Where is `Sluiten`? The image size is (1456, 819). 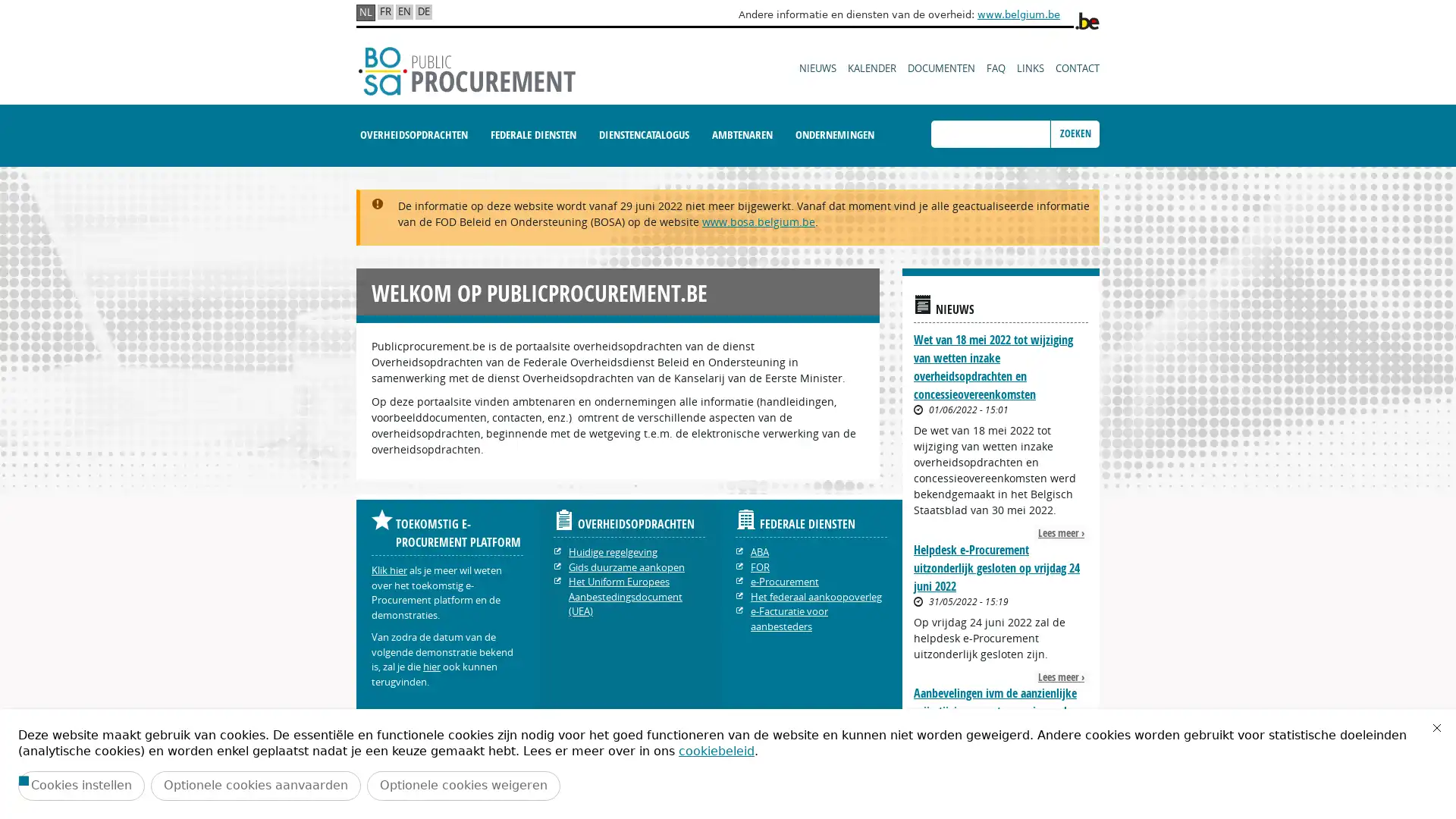
Sluiten is located at coordinates (1436, 727).